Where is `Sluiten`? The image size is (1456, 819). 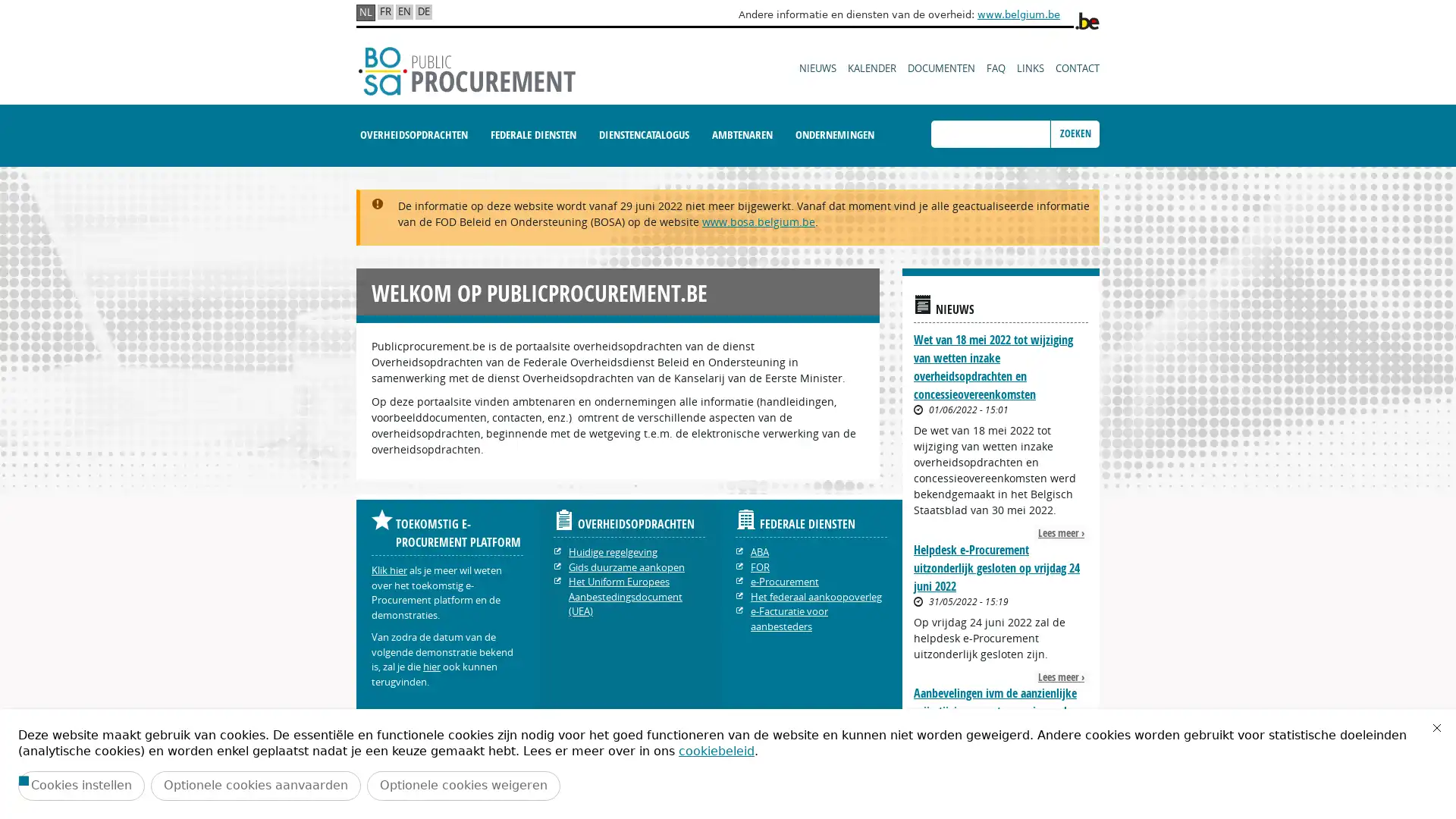
Sluiten is located at coordinates (1436, 727).